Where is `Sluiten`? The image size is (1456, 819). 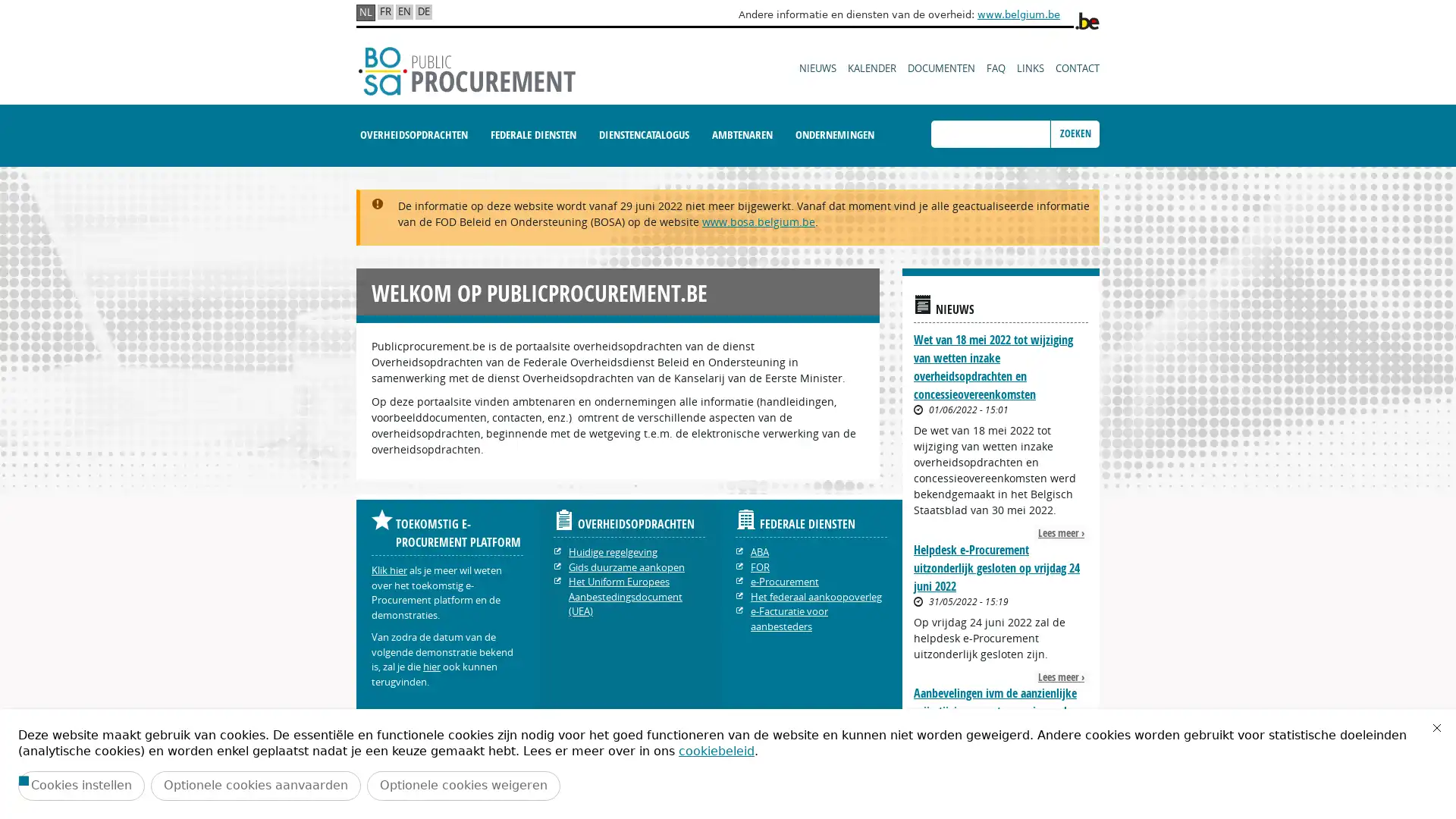
Sluiten is located at coordinates (1436, 727).